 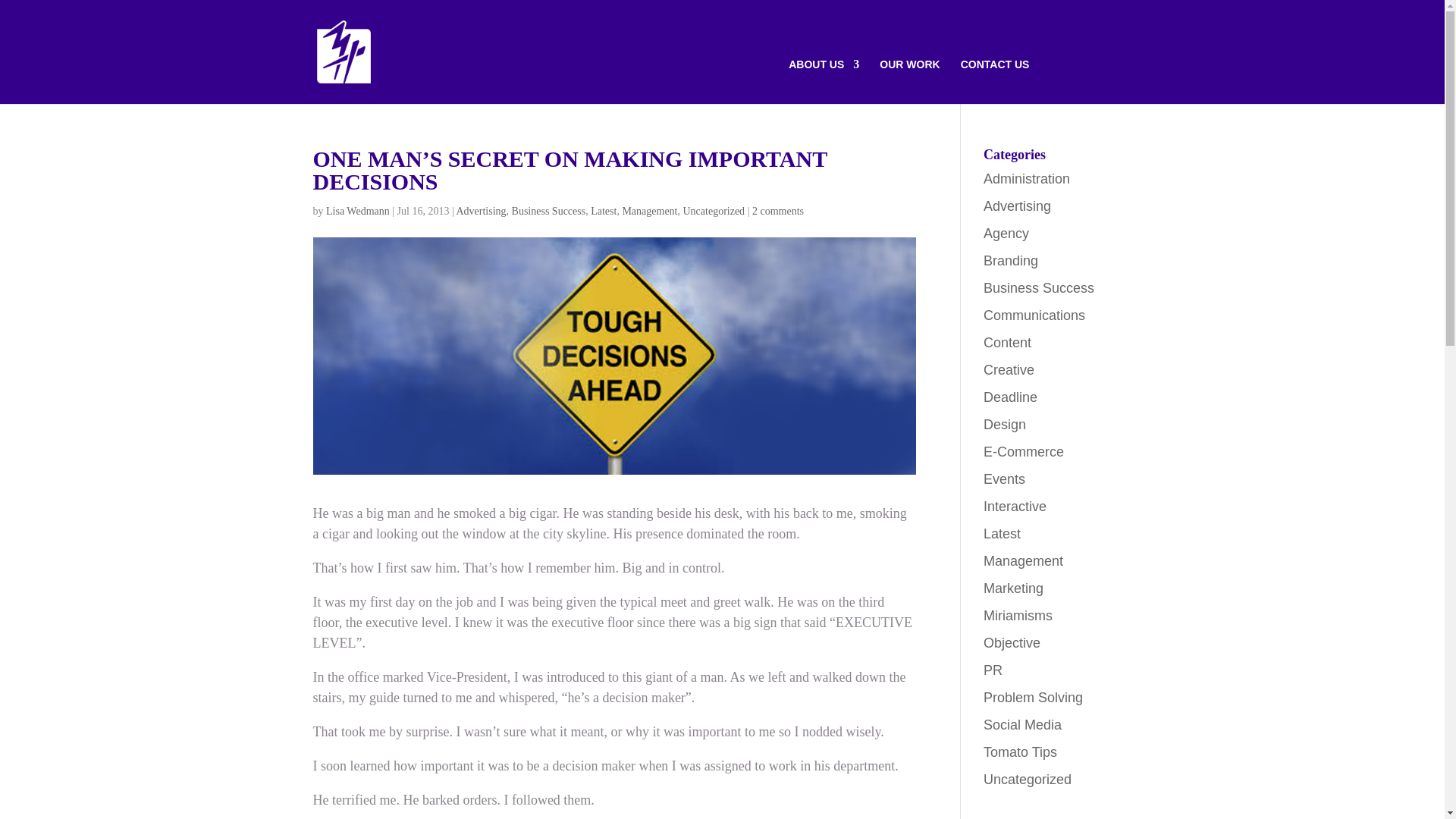 What do you see at coordinates (1026, 178) in the screenshot?
I see `'Administration'` at bounding box center [1026, 178].